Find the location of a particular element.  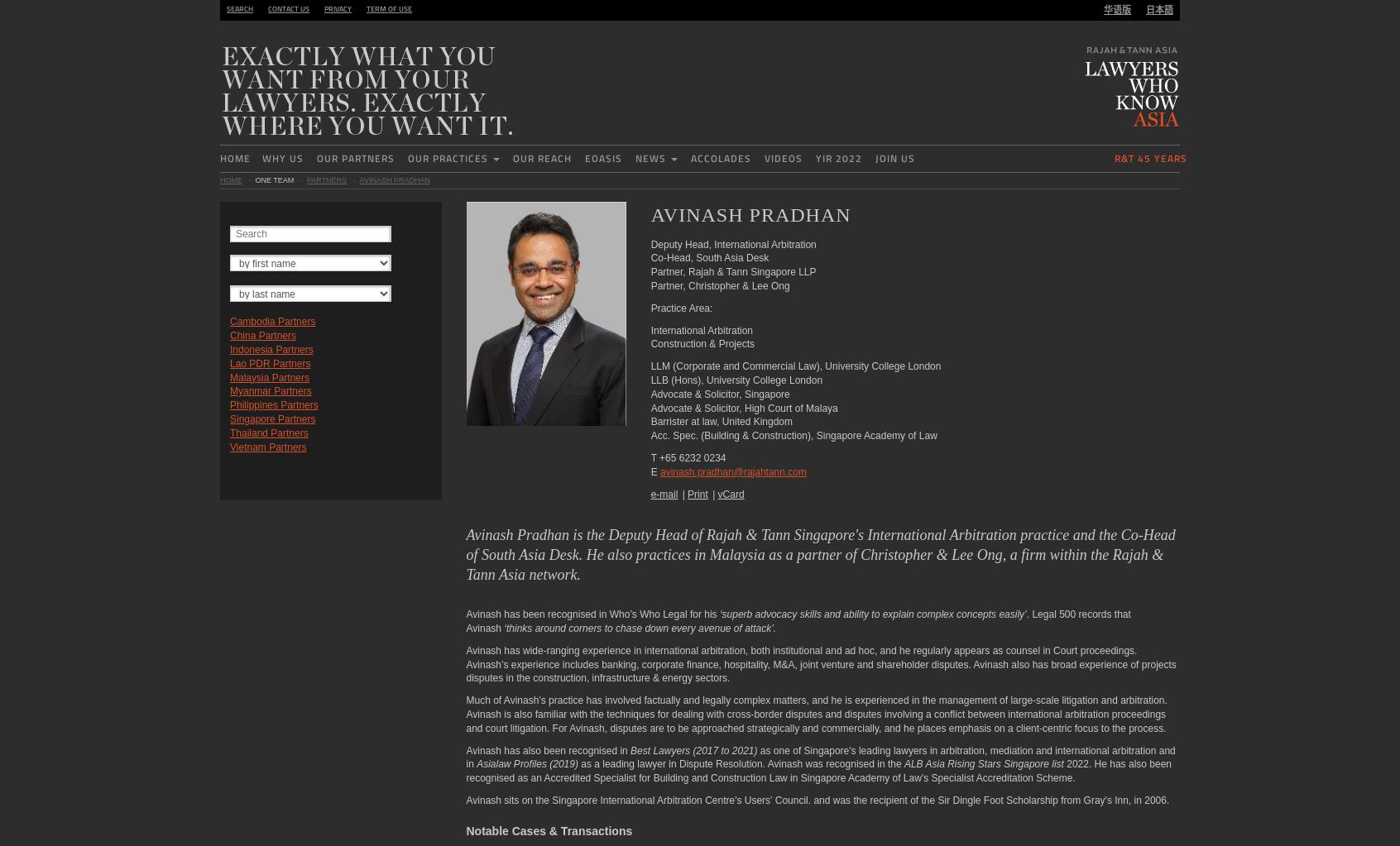

'Partner, Christopher & Lee Ong' is located at coordinates (719, 284).